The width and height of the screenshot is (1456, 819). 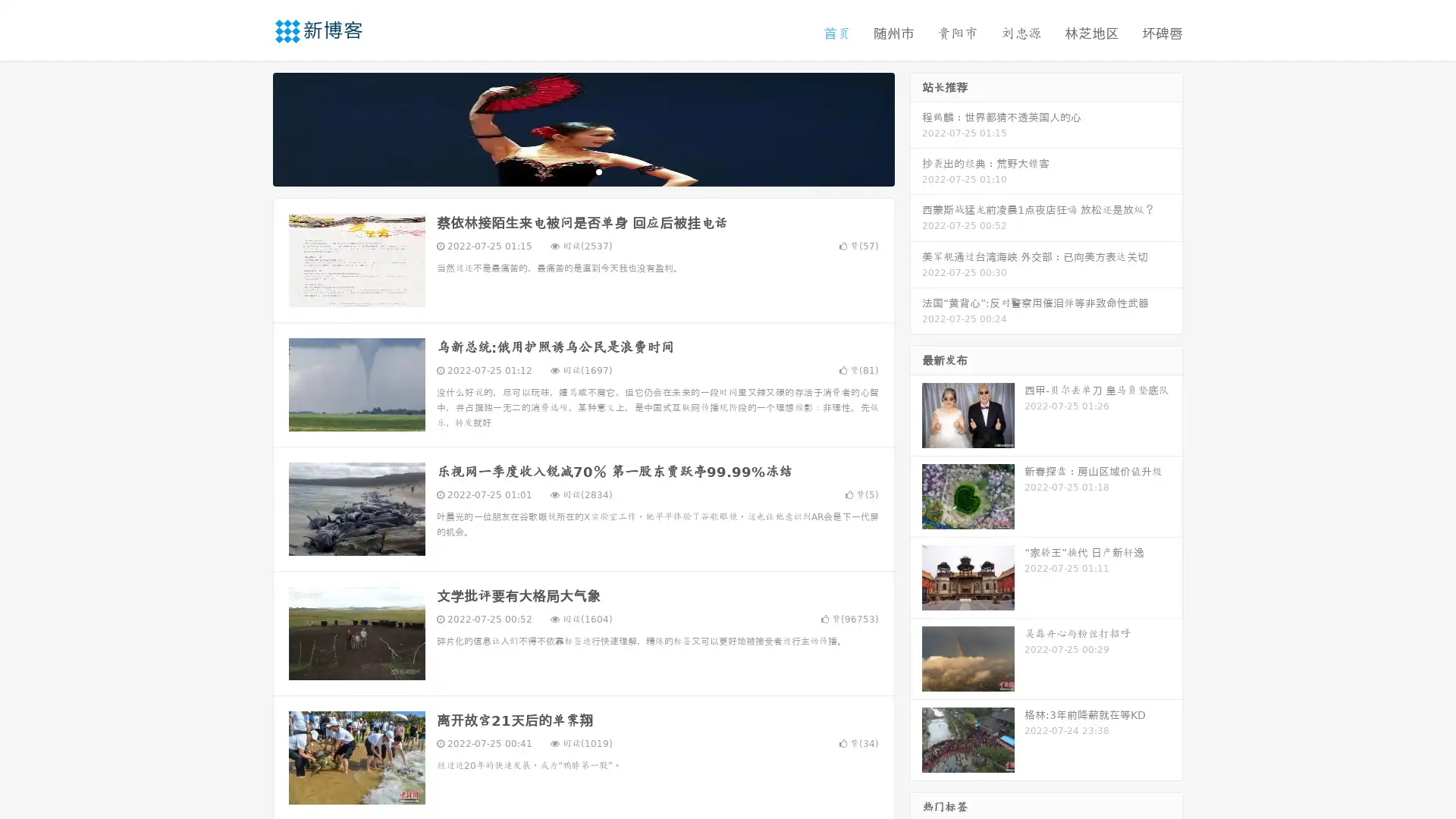 I want to click on Next slide, so click(x=916, y=127).